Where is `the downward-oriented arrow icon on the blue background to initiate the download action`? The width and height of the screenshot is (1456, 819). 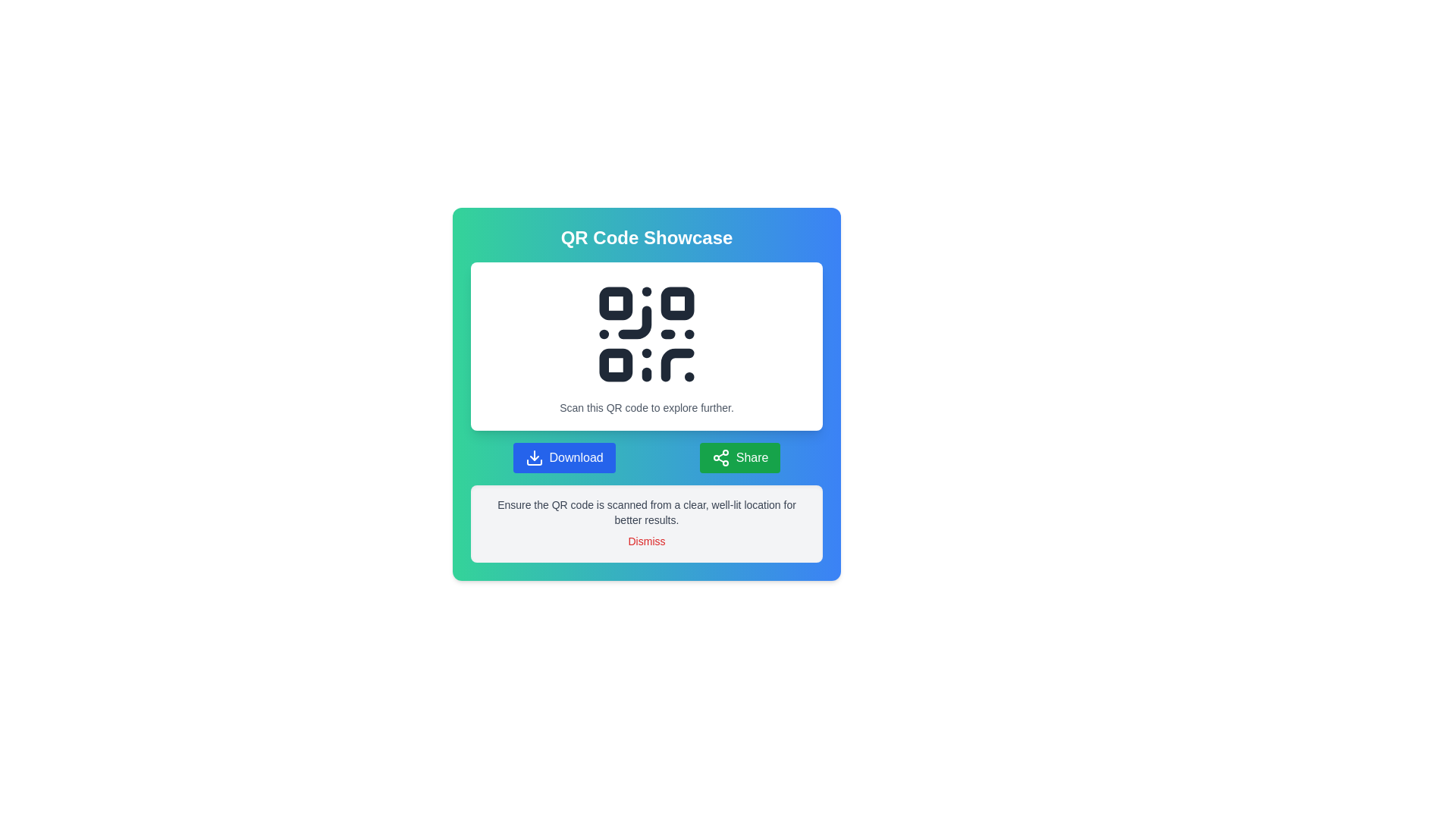
the downward-oriented arrow icon on the blue background to initiate the download action is located at coordinates (534, 457).